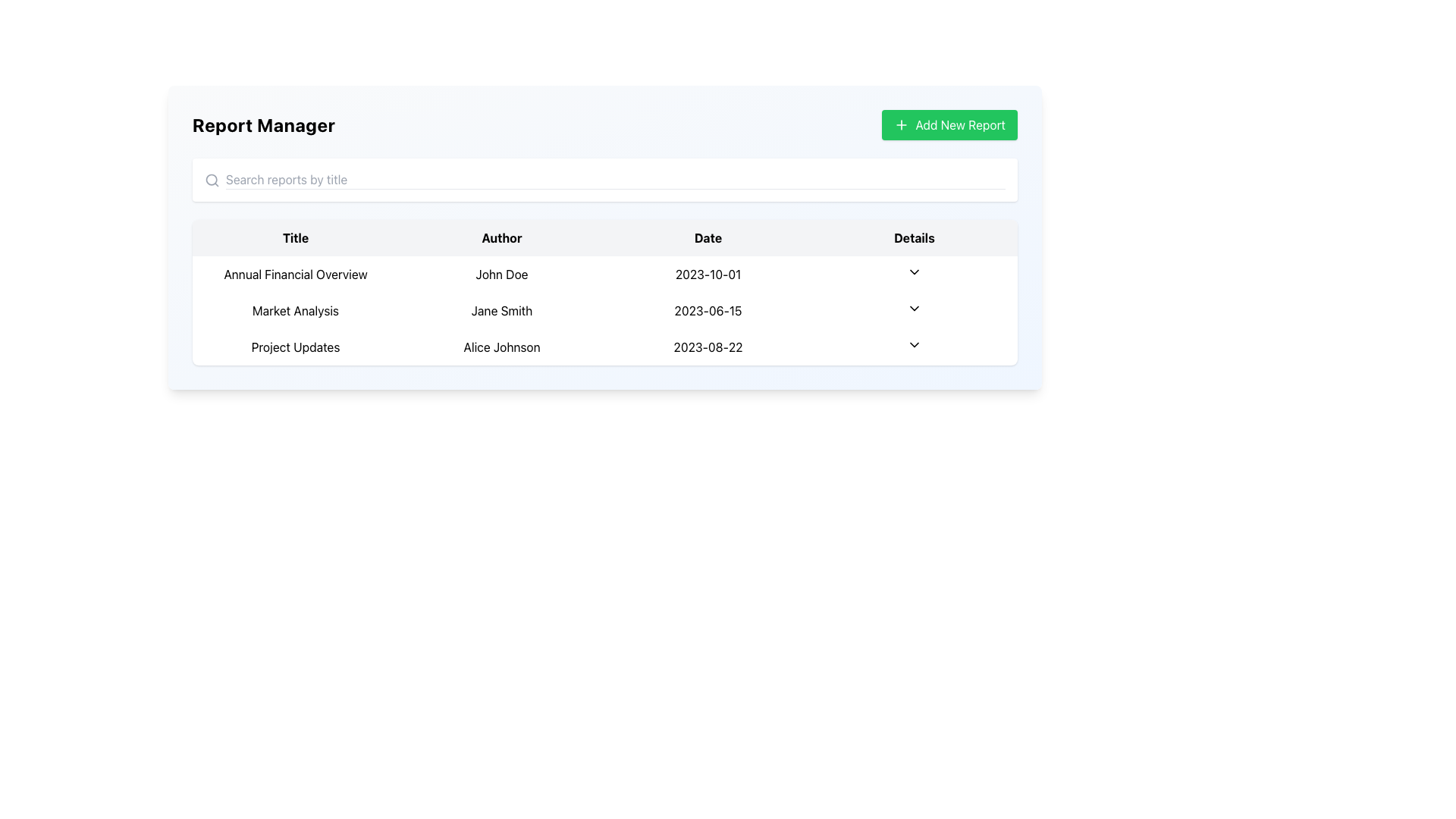  I want to click on the button in the 'Details' column of the 'Project Updates' row, so click(913, 347).